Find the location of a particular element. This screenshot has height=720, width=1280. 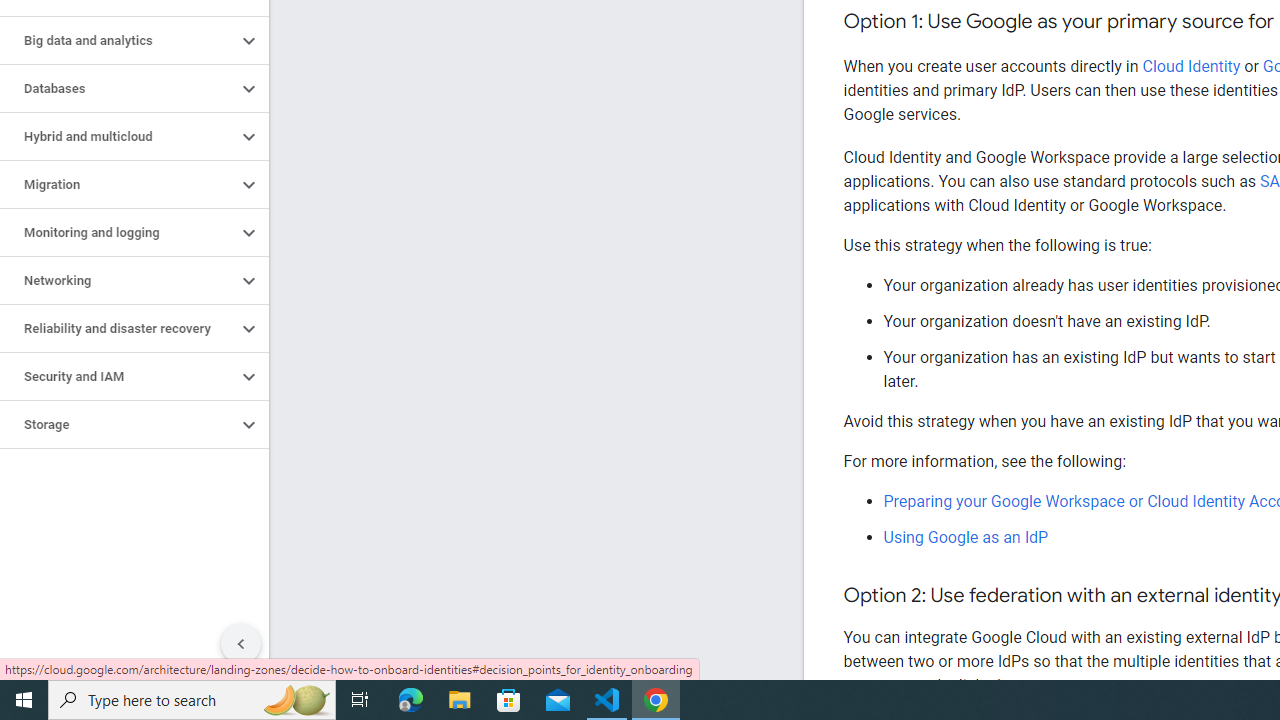

'Hide side navigation' is located at coordinates (240, 644).